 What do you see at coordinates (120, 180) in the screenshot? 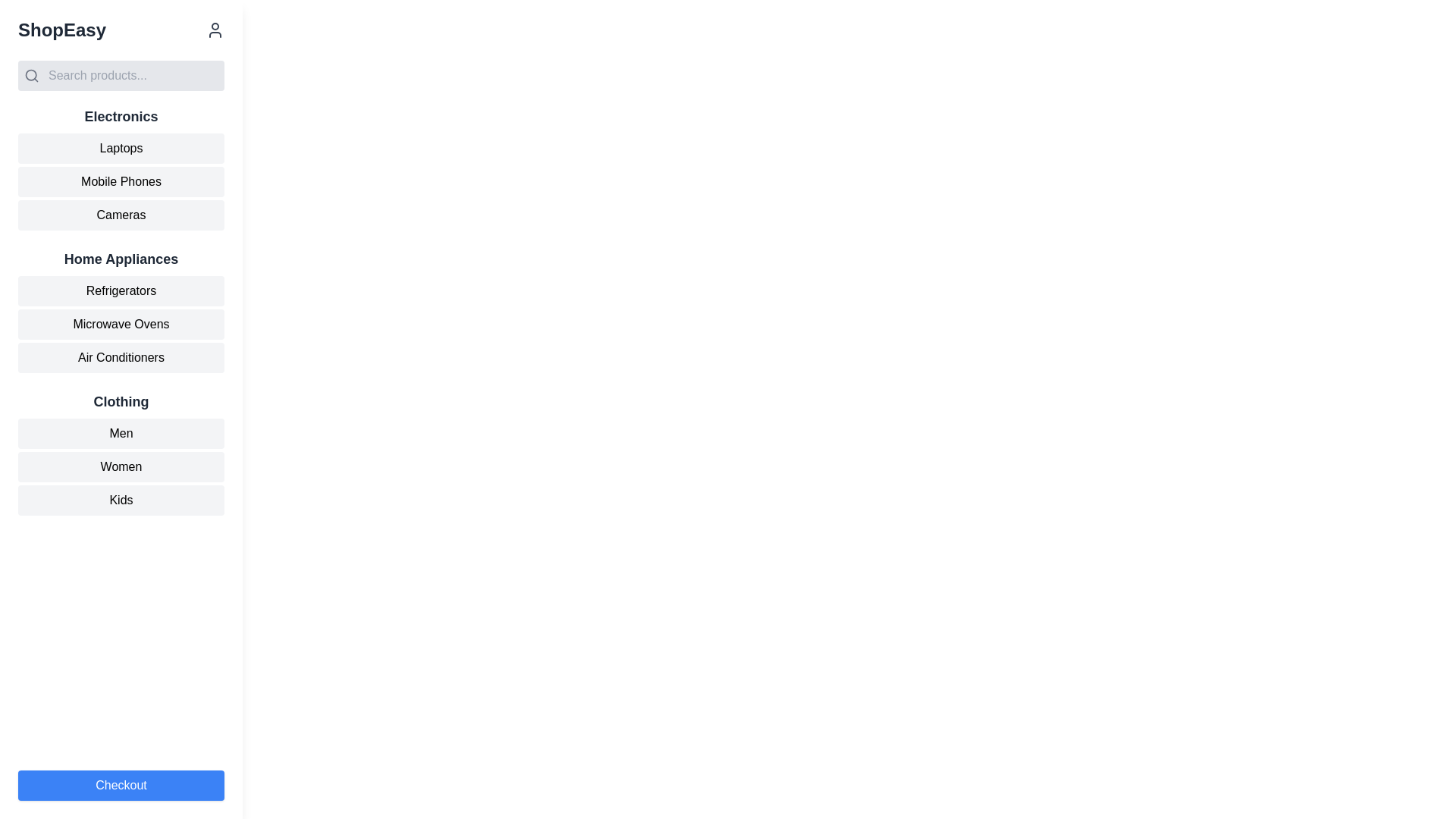
I see `the navigational button for mobile phones located in the second position of the vertical list under the 'Electronics' section` at bounding box center [120, 180].